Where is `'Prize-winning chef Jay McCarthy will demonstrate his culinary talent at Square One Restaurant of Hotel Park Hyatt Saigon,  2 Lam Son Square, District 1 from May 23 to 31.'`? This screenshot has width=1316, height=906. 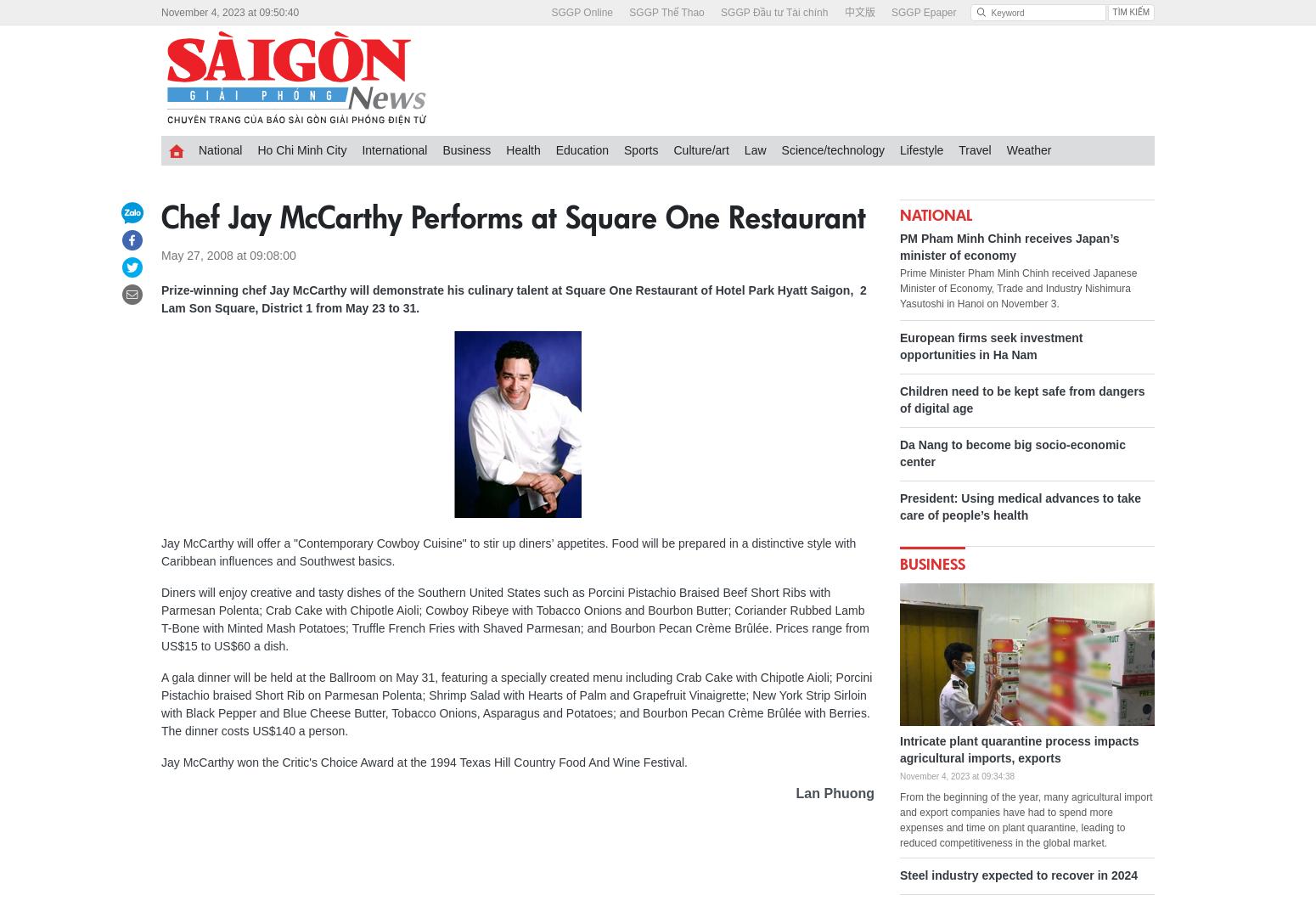
'Prize-winning chef Jay McCarthy will demonstrate his culinary talent at Square One Restaurant of Hotel Park Hyatt Saigon,  2 Lam Son Square, District 1 from May 23 to 31.' is located at coordinates (513, 299).